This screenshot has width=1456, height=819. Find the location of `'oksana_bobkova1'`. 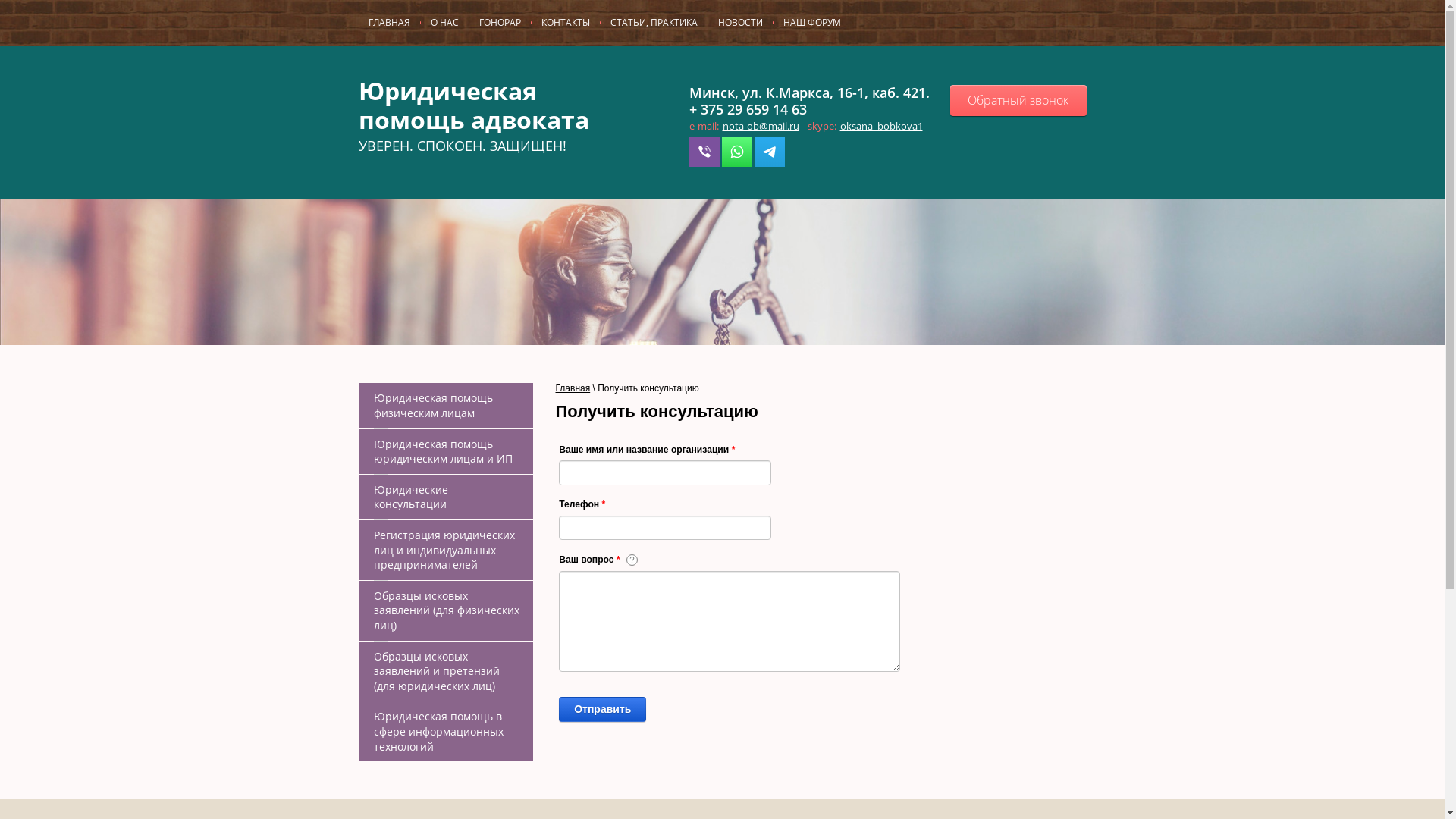

'oksana_bobkova1' is located at coordinates (881, 124).